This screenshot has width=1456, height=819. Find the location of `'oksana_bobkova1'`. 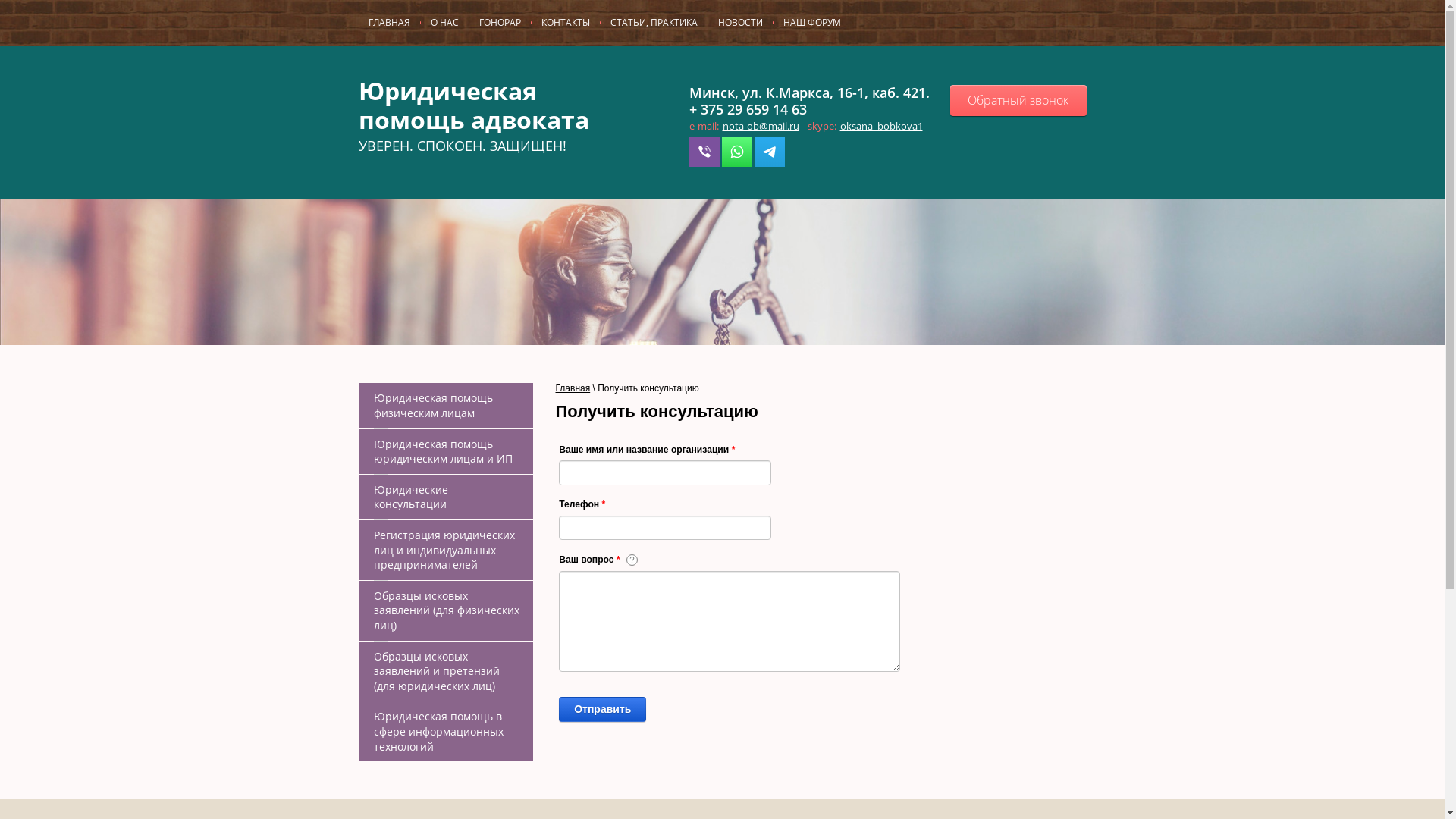

'oksana_bobkova1' is located at coordinates (881, 124).